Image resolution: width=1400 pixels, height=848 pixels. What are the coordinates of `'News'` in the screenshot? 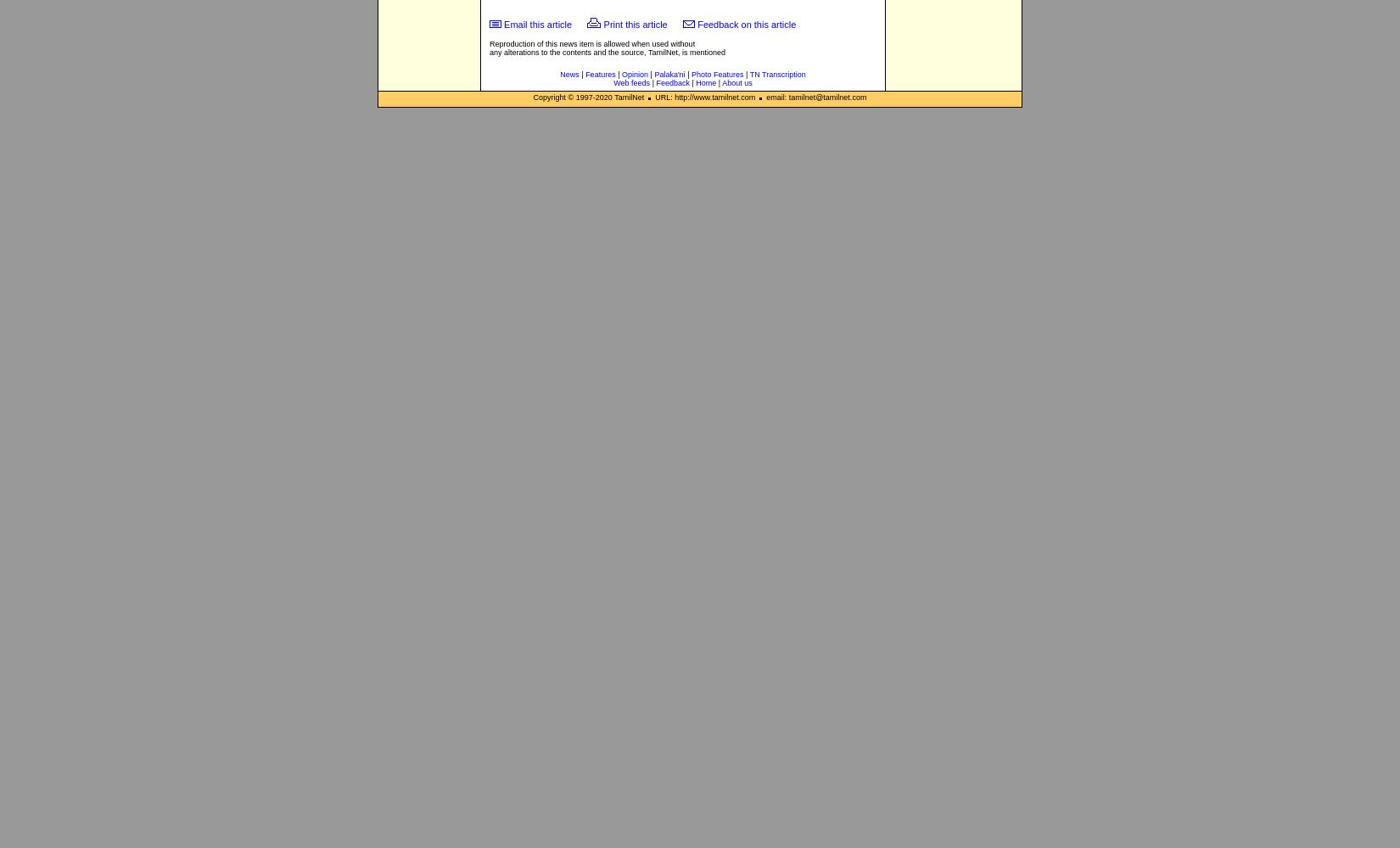 It's located at (568, 74).